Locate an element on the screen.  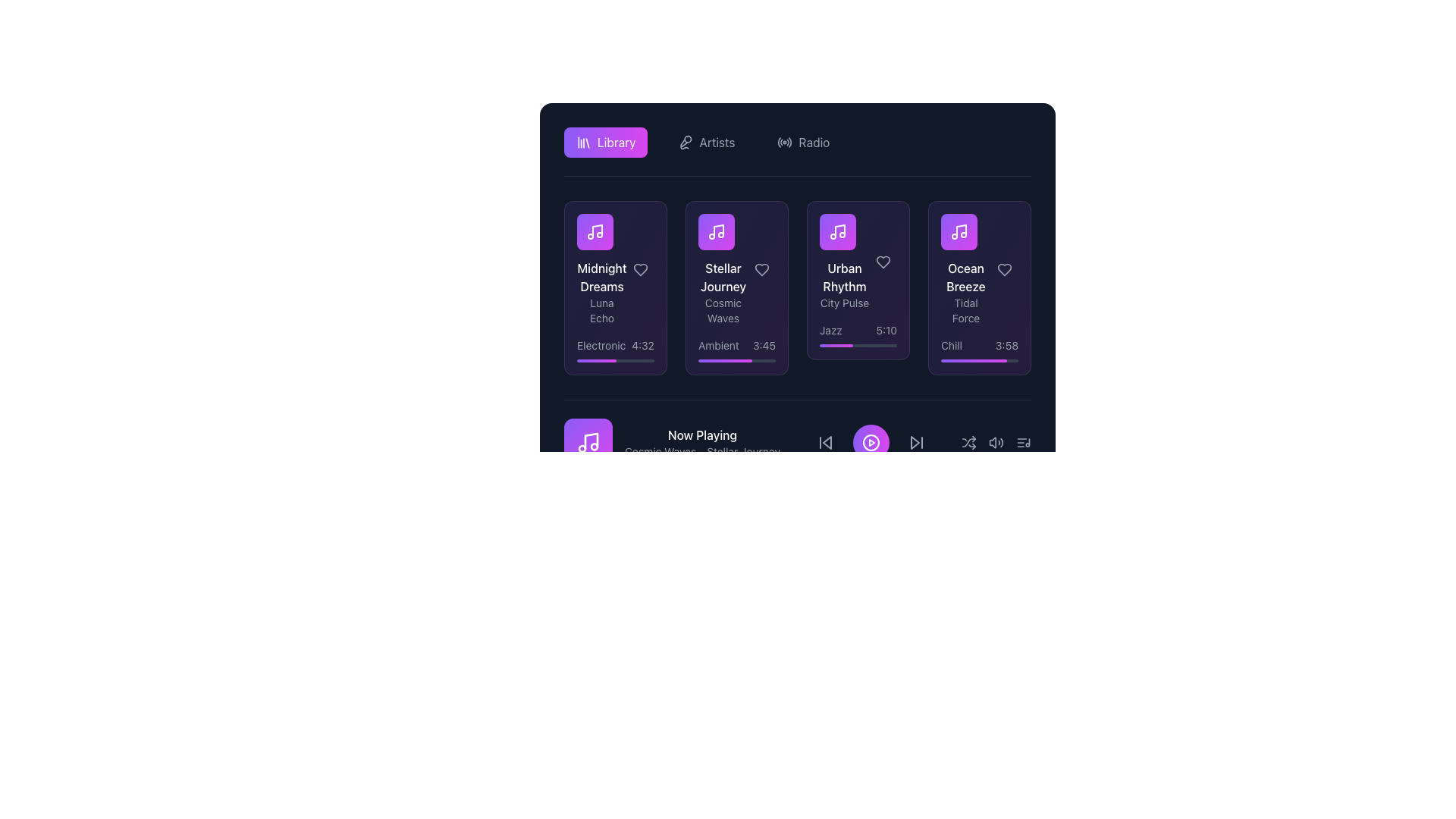
the play button located as the third button from the left in a horizontal row of controls at the bottom center of the interface is located at coordinates (871, 442).